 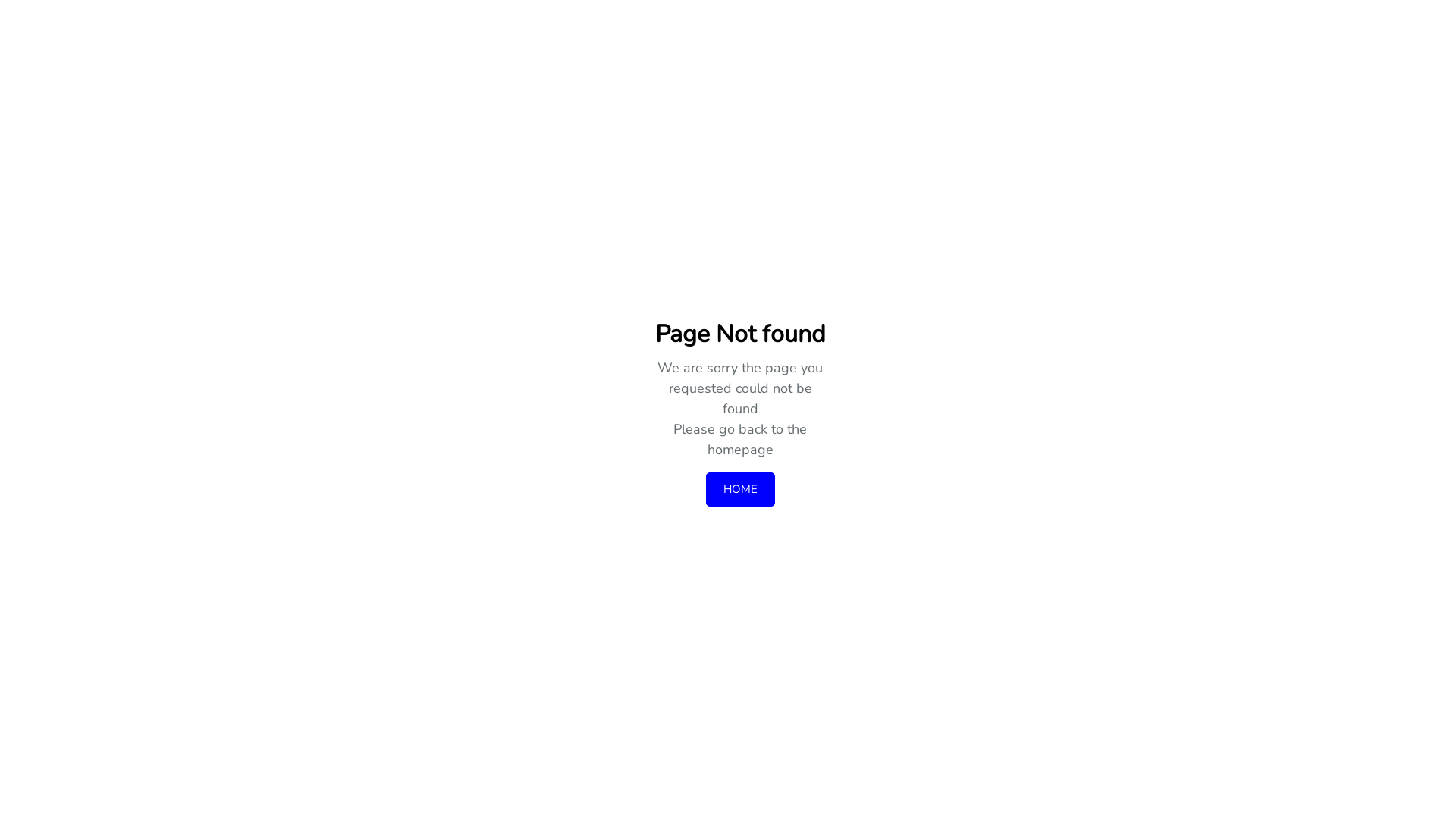 What do you see at coordinates (739, 489) in the screenshot?
I see `'HOME'` at bounding box center [739, 489].